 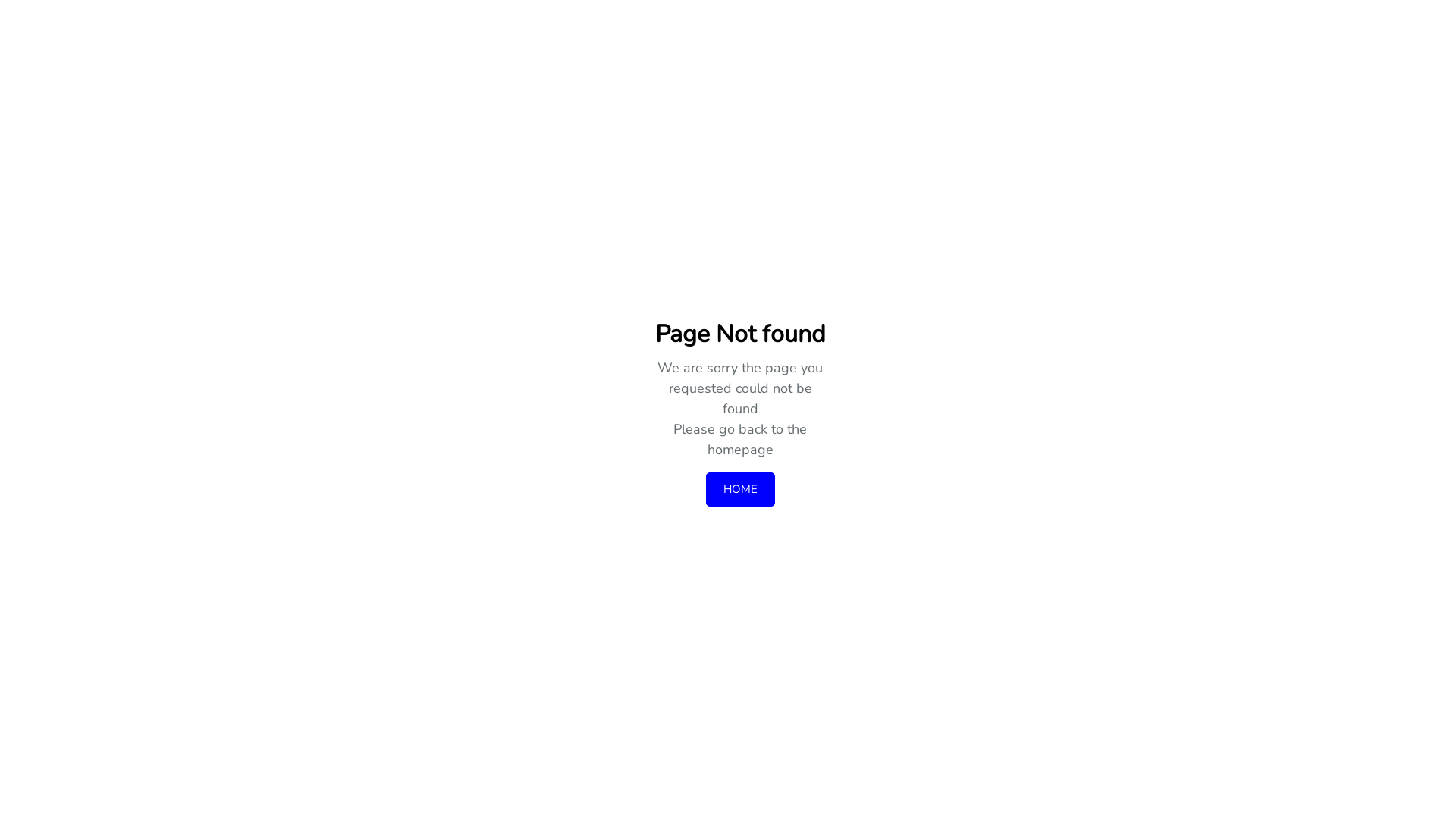 What do you see at coordinates (739, 489) in the screenshot?
I see `'HOME'` at bounding box center [739, 489].